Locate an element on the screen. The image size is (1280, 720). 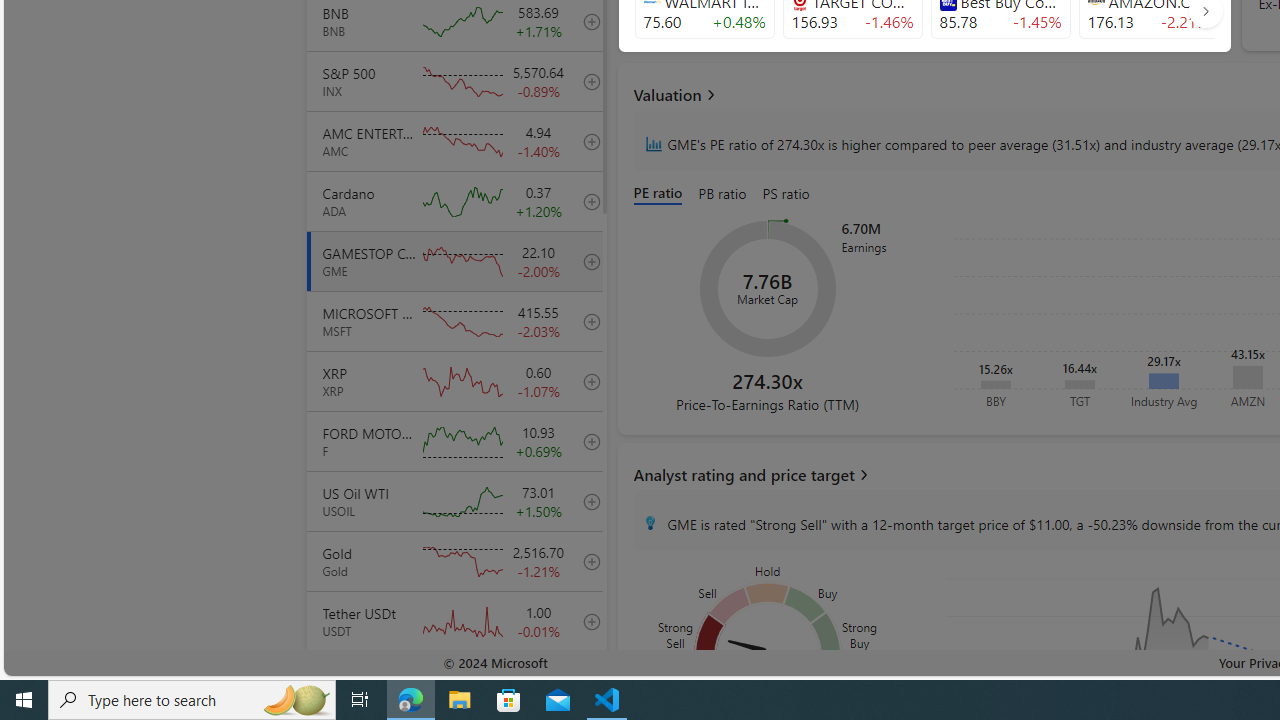
'Class: recharts-surface' is located at coordinates (767, 289).